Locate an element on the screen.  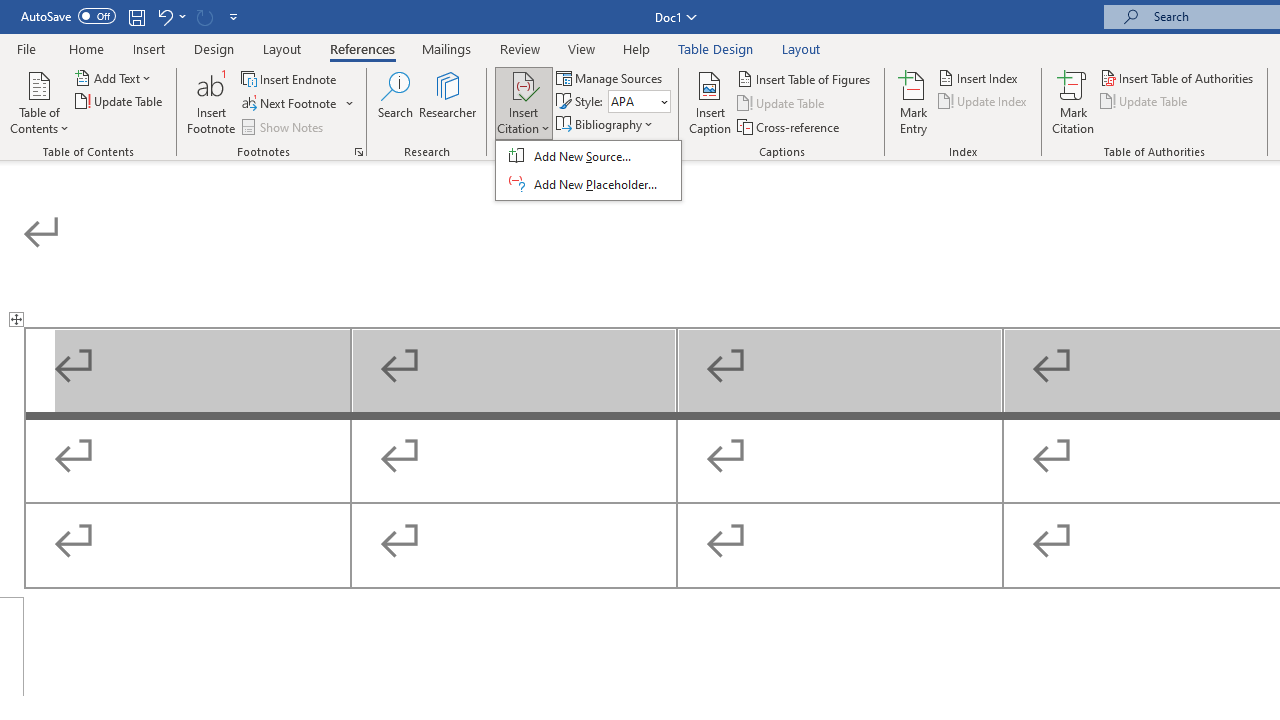
'Cross-reference...' is located at coordinates (788, 127).